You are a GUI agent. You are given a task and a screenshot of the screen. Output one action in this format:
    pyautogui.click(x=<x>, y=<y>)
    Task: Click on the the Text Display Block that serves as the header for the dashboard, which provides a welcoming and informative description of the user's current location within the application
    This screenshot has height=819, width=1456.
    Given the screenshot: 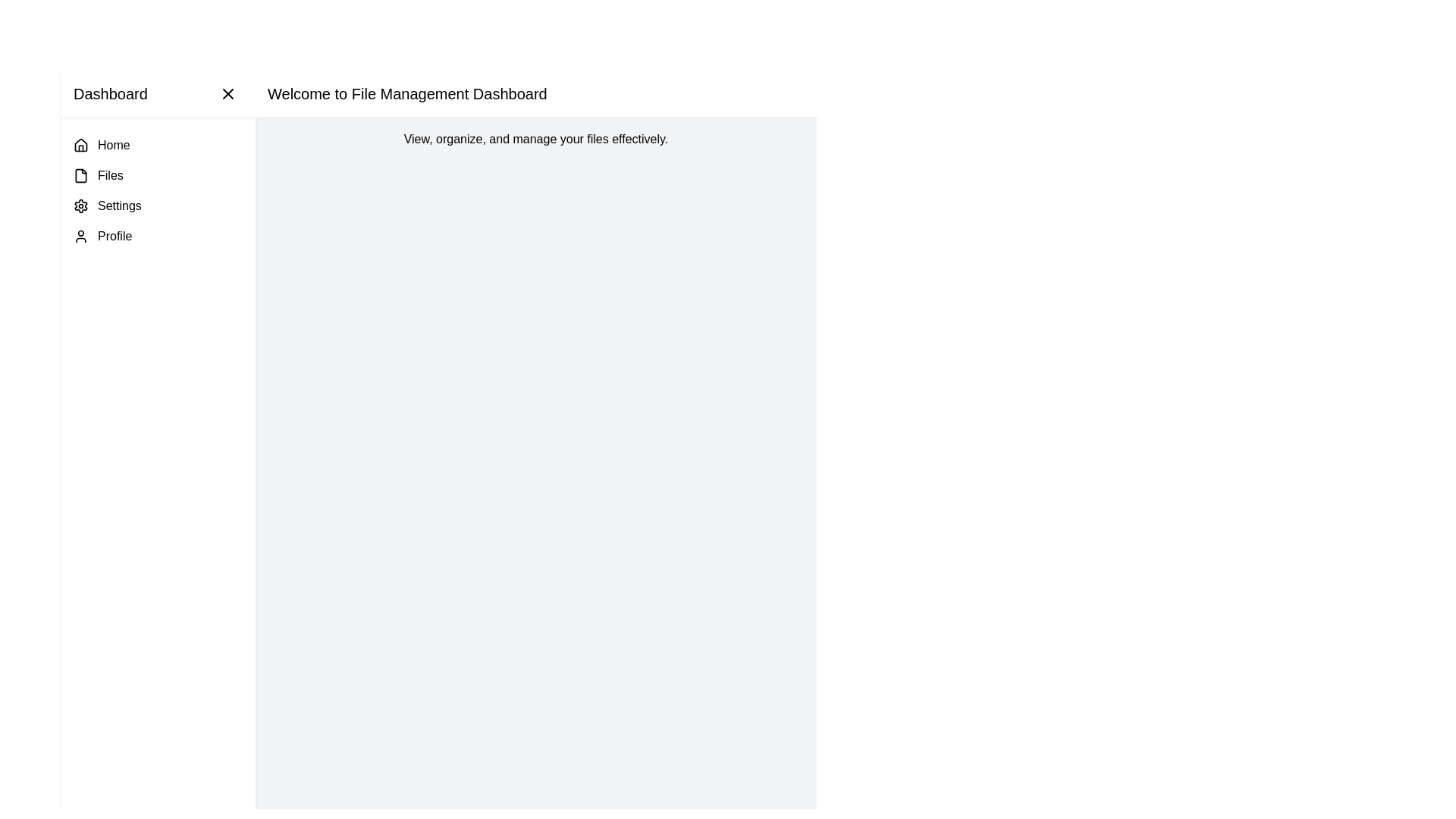 What is the action you would take?
    pyautogui.click(x=535, y=93)
    